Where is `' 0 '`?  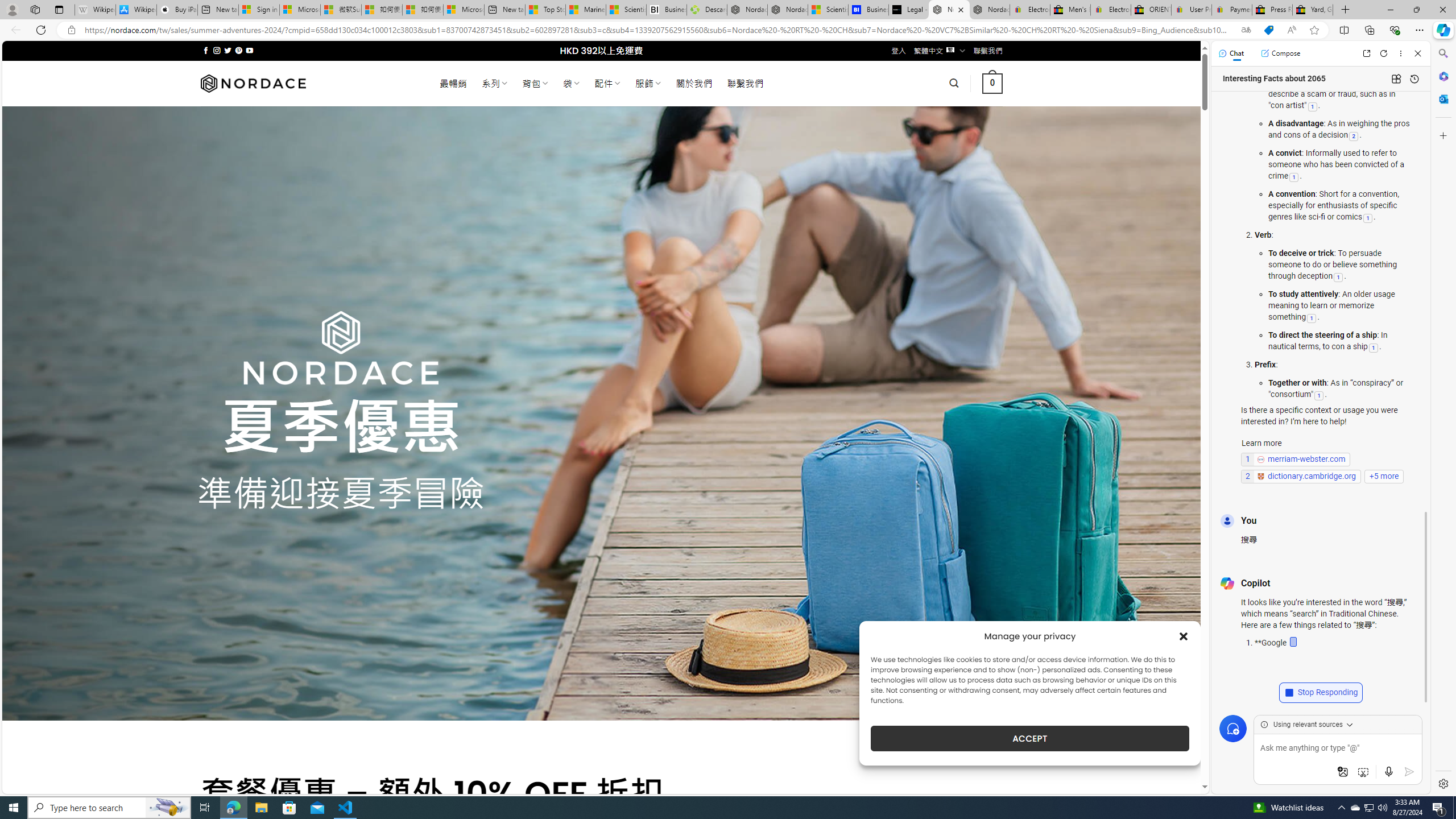
' 0 ' is located at coordinates (992, 82).